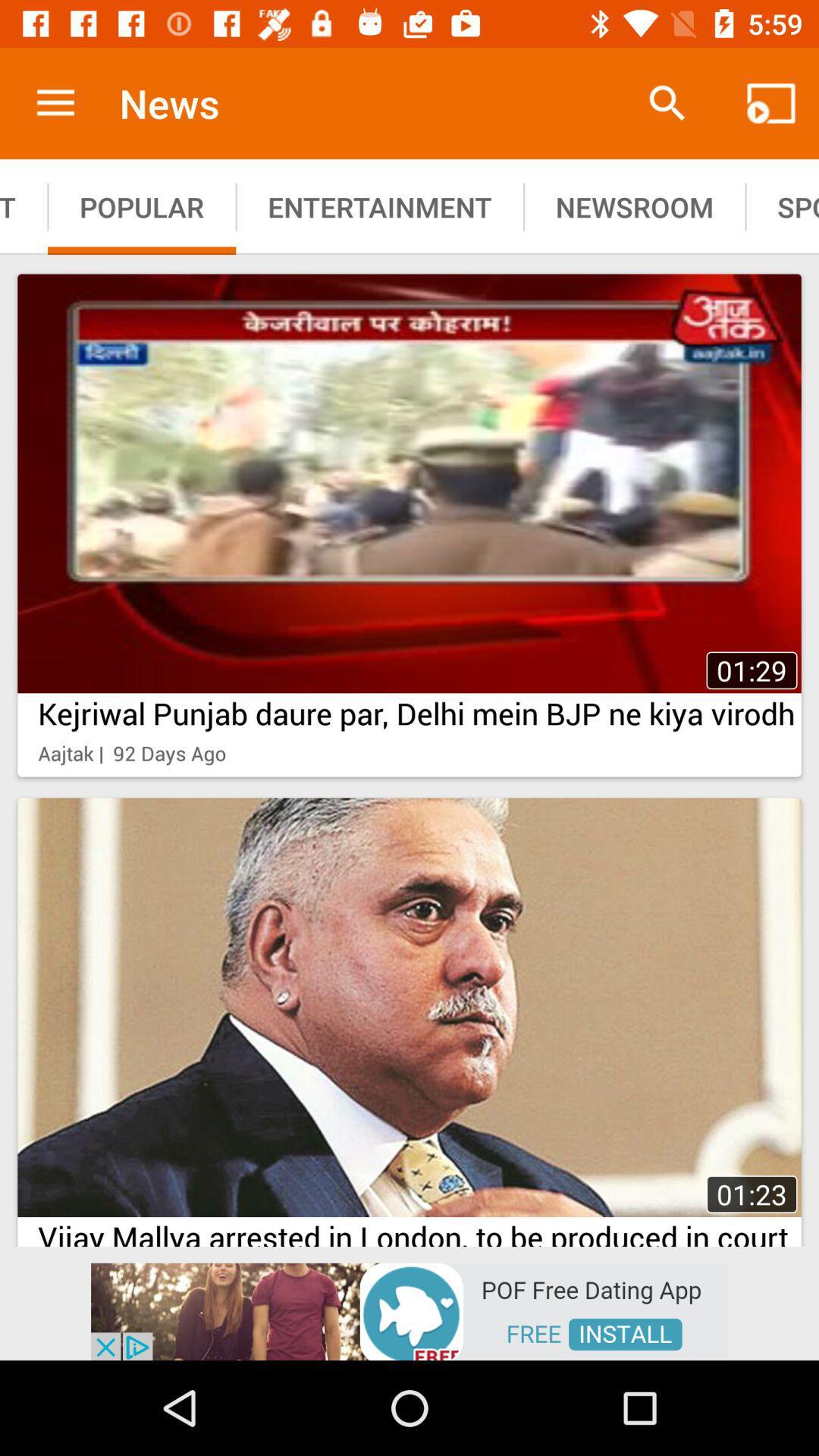 The width and height of the screenshot is (819, 1456). What do you see at coordinates (635, 206) in the screenshot?
I see `the newsroom which is next to entertainment` at bounding box center [635, 206].